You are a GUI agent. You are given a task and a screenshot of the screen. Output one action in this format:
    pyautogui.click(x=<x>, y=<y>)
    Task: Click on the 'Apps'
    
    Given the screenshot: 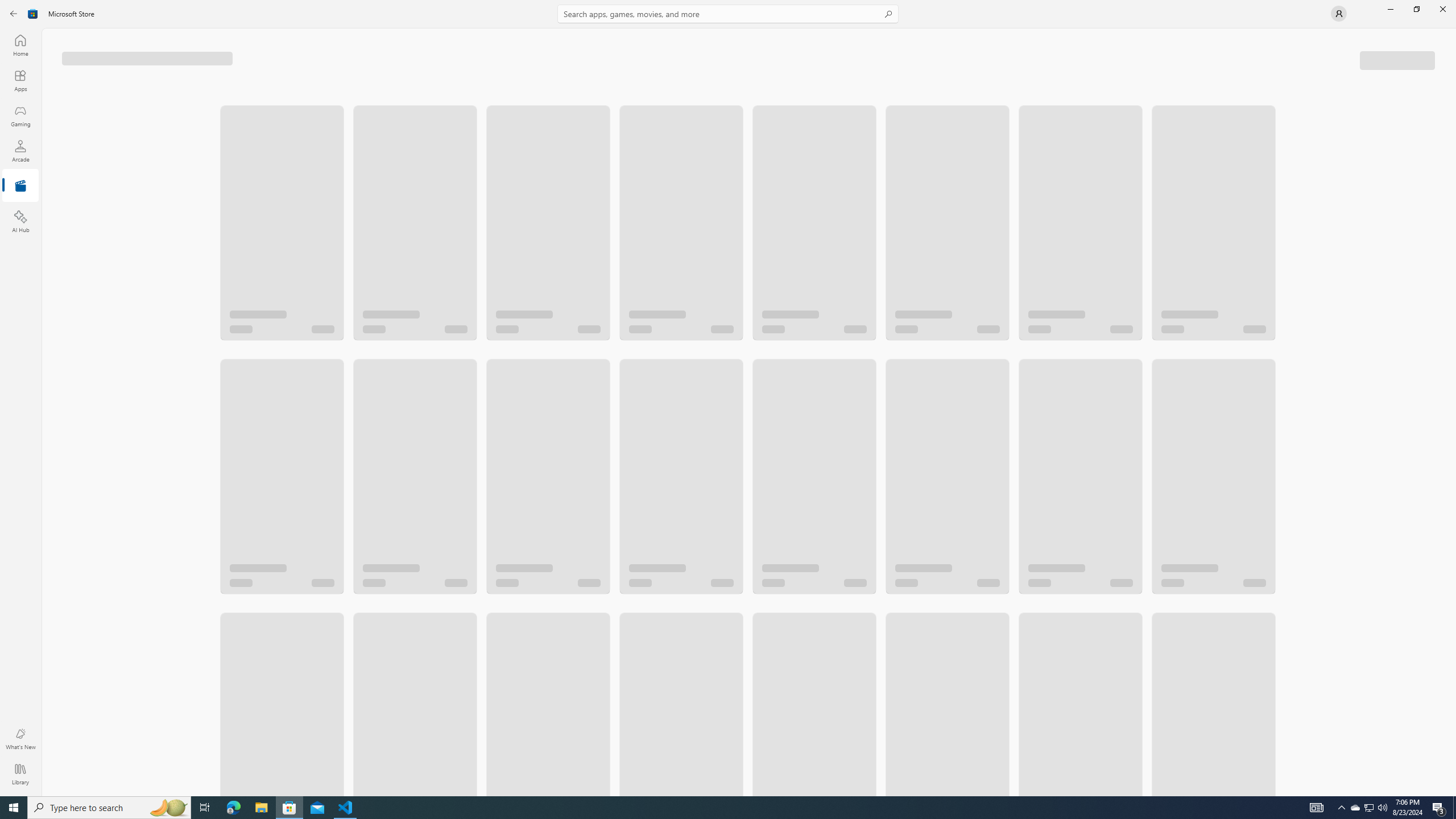 What is the action you would take?
    pyautogui.click(x=19, y=80)
    